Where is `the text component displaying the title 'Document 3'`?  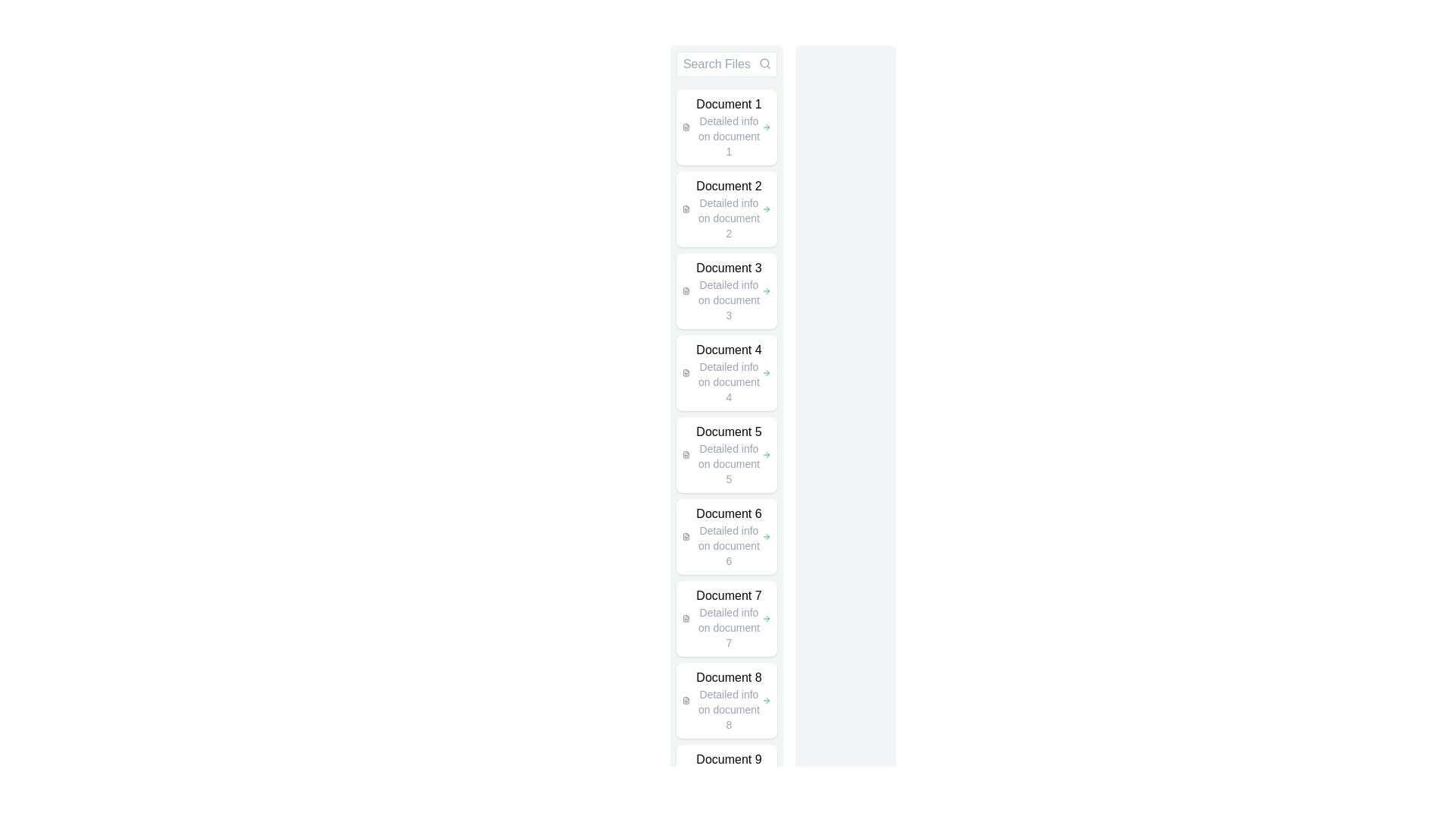 the text component displaying the title 'Document 3' is located at coordinates (729, 268).